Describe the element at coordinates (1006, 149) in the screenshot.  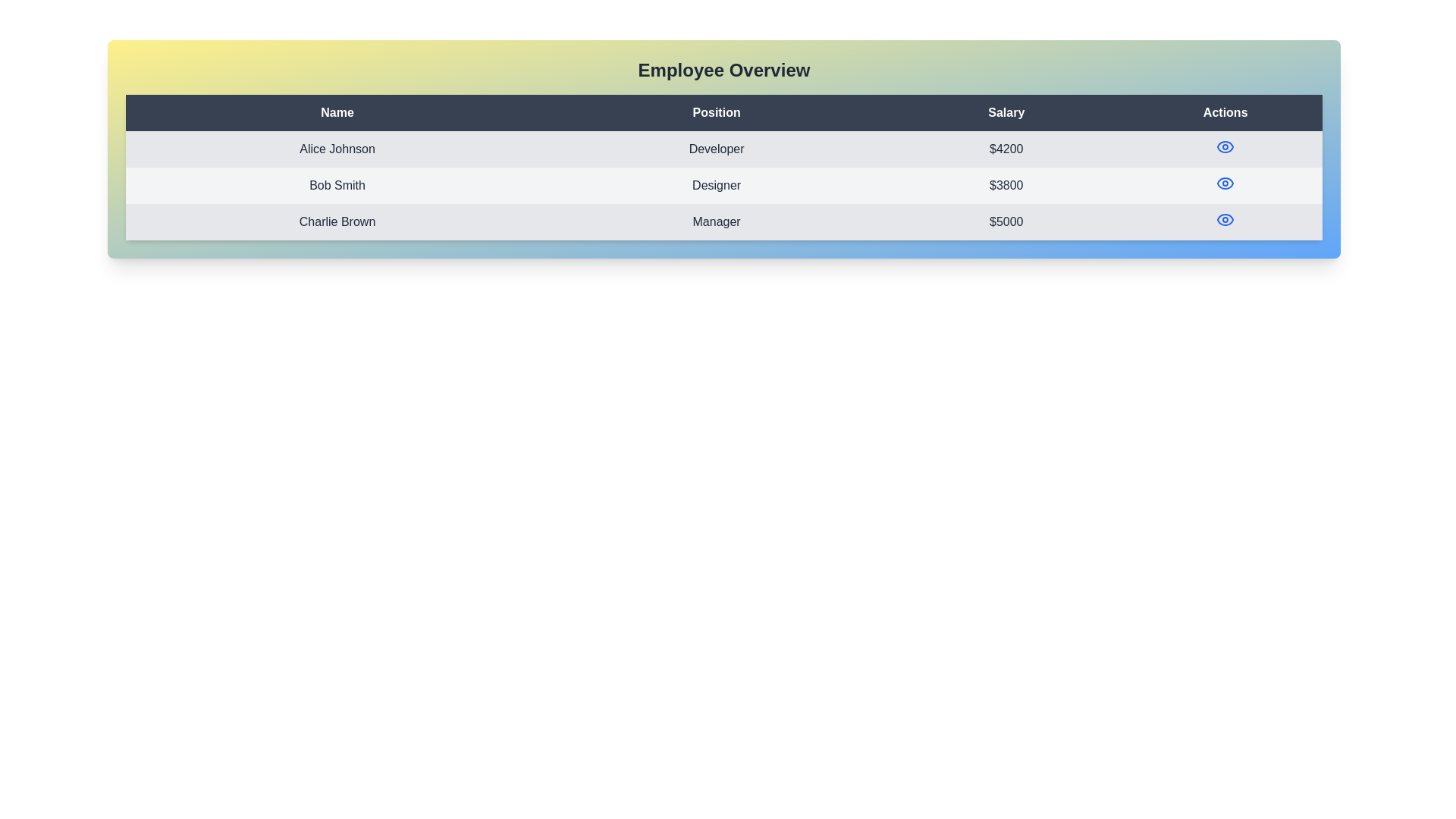
I see `the static text field displaying the salary value for 'Alice Johnson' located in the third column of the first data row in the table` at that location.